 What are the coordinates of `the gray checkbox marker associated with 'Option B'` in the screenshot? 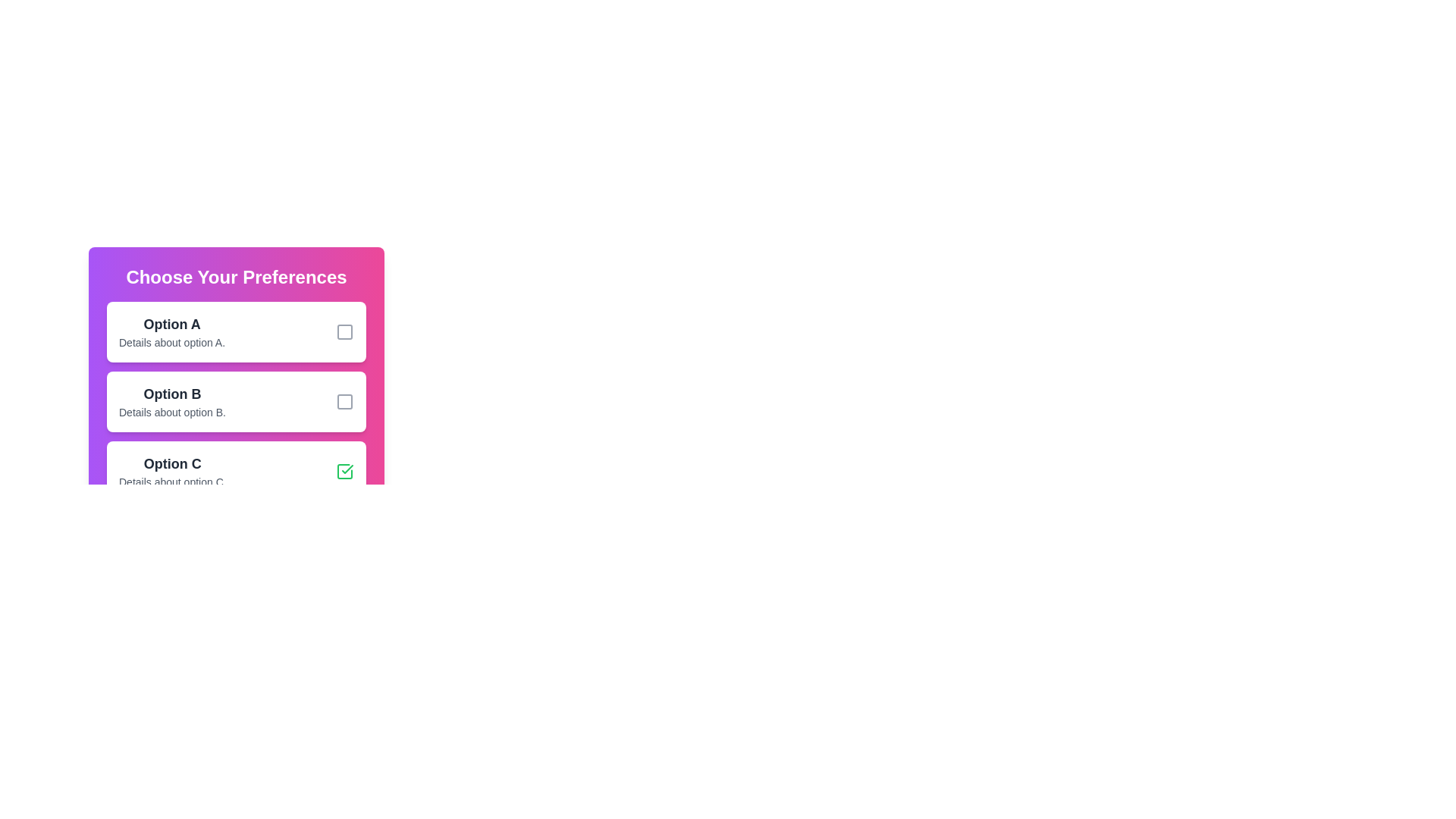 It's located at (344, 400).